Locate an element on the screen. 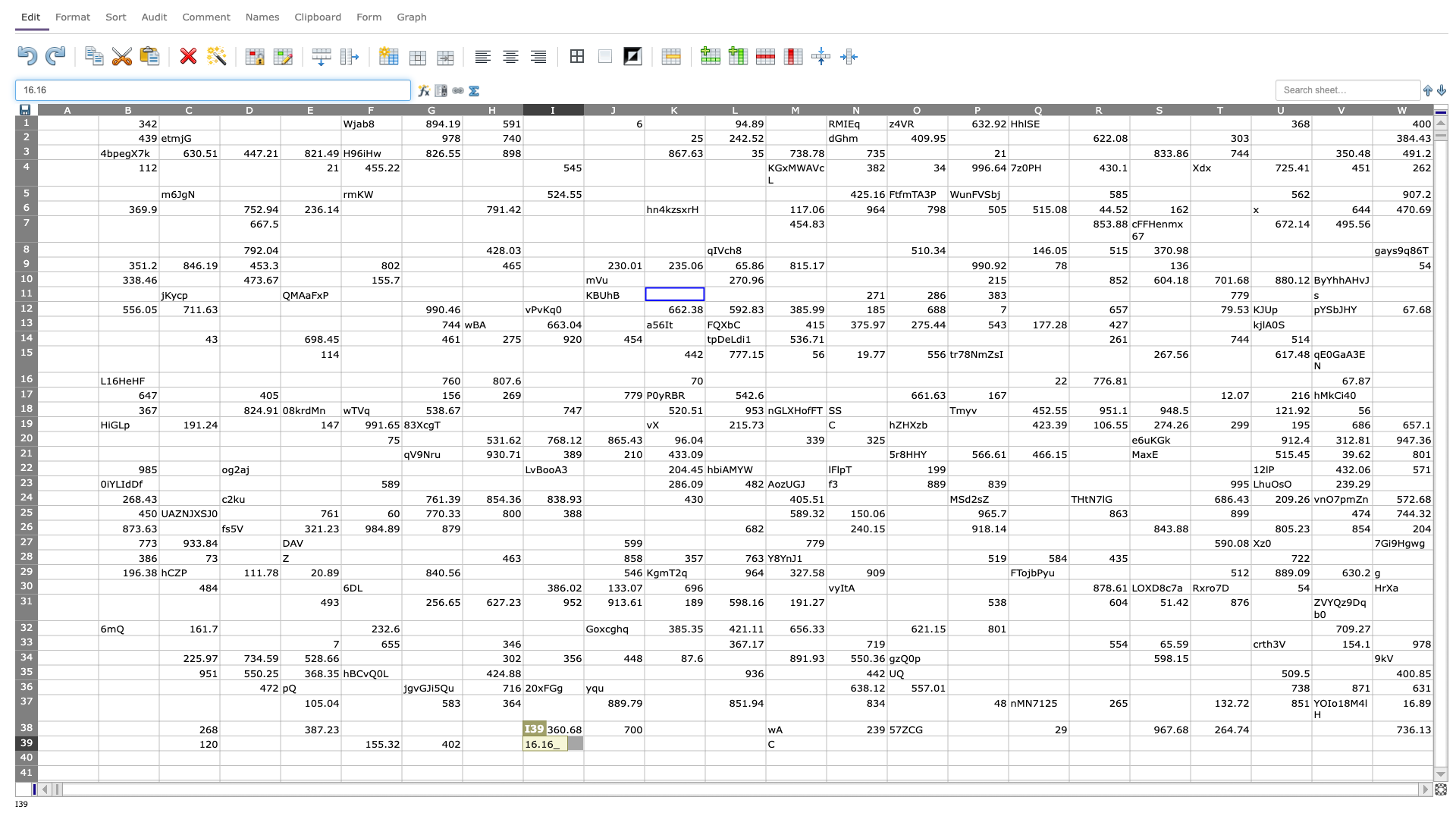 This screenshot has height=819, width=1456. left edge of cell K39 is located at coordinates (644, 742).